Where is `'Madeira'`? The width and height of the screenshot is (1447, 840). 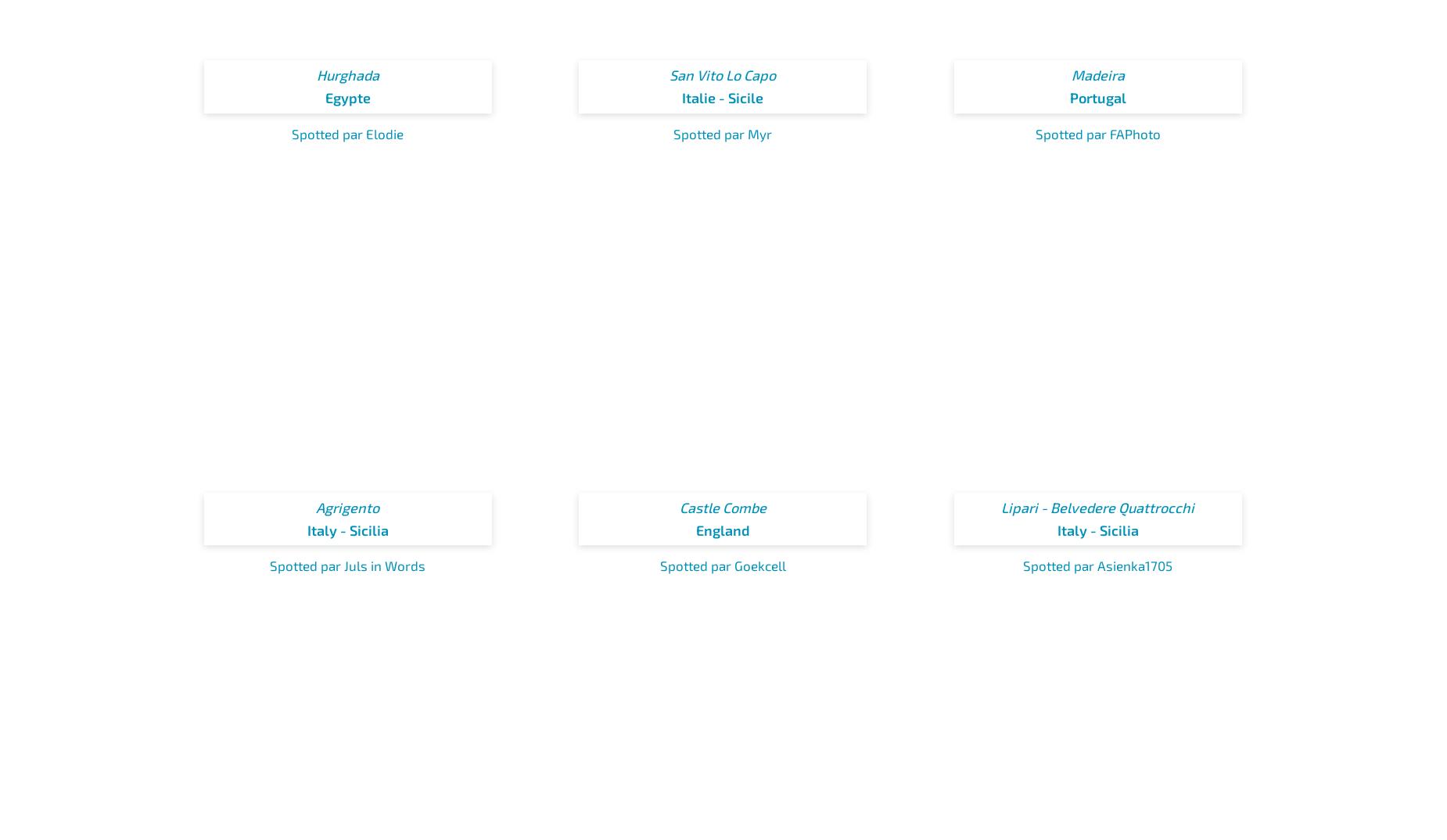
'Madeira' is located at coordinates (1097, 75).